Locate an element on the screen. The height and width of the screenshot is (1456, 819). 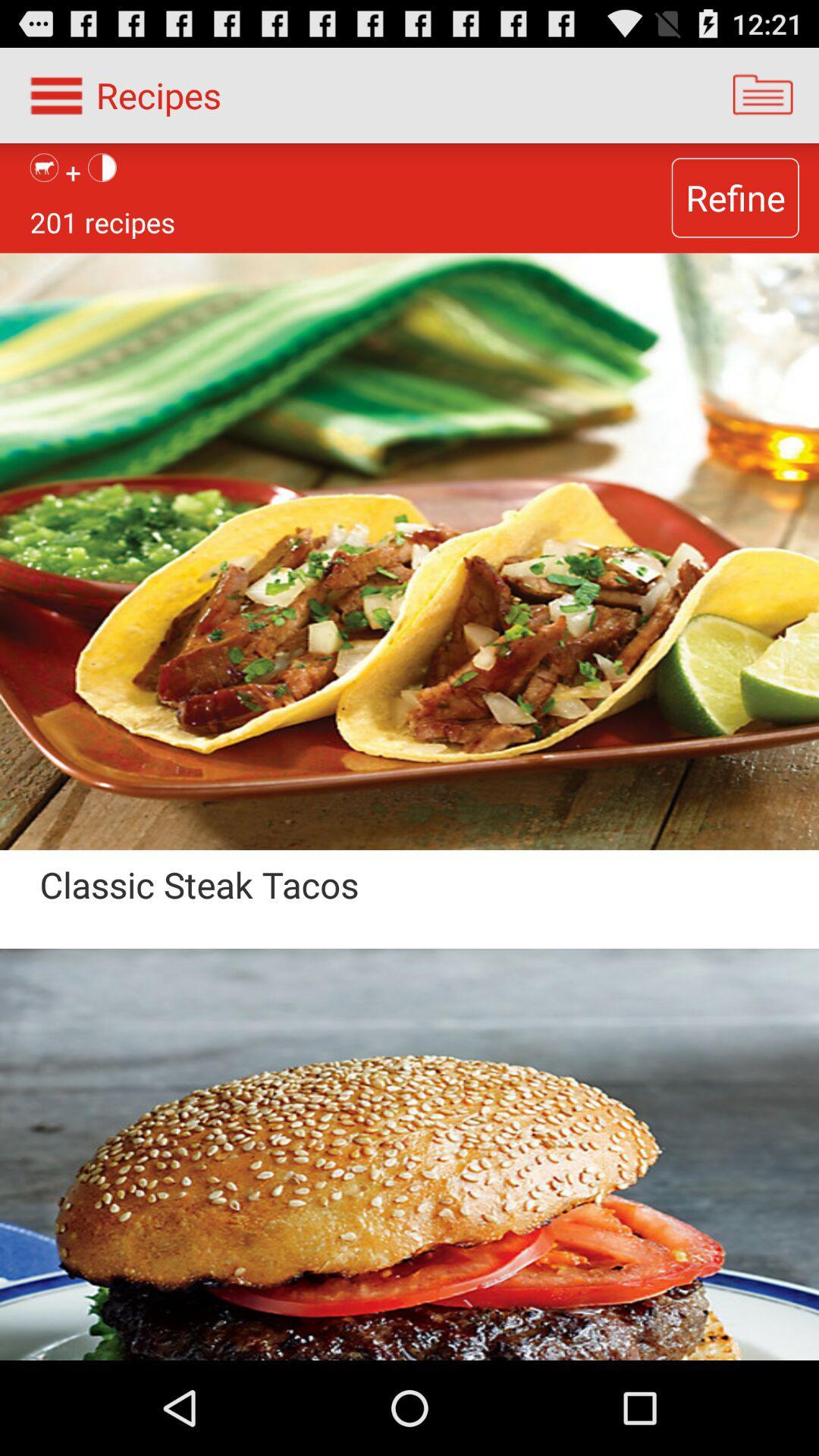
the refine item is located at coordinates (734, 196).